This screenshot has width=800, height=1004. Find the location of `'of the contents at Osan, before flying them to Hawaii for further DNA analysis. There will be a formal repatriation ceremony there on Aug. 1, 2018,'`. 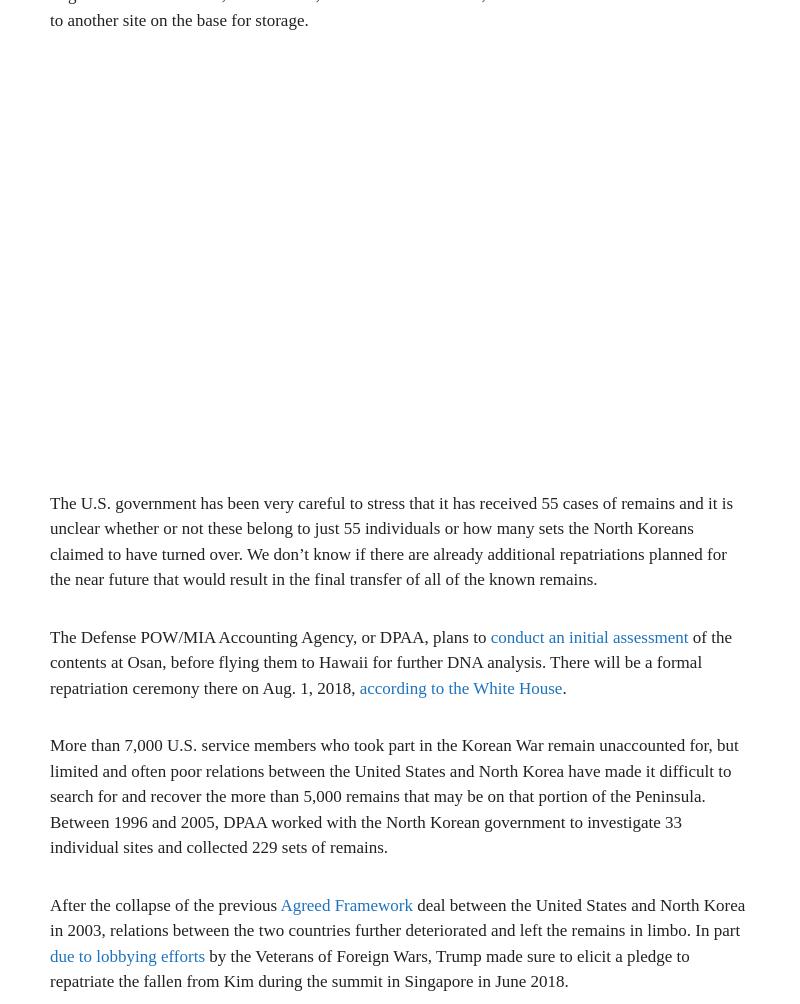

'of the contents at Osan, before flying them to Hawaii for further DNA analysis. There will be a formal repatriation ceremony there on Aug. 1, 2018,' is located at coordinates (49, 661).